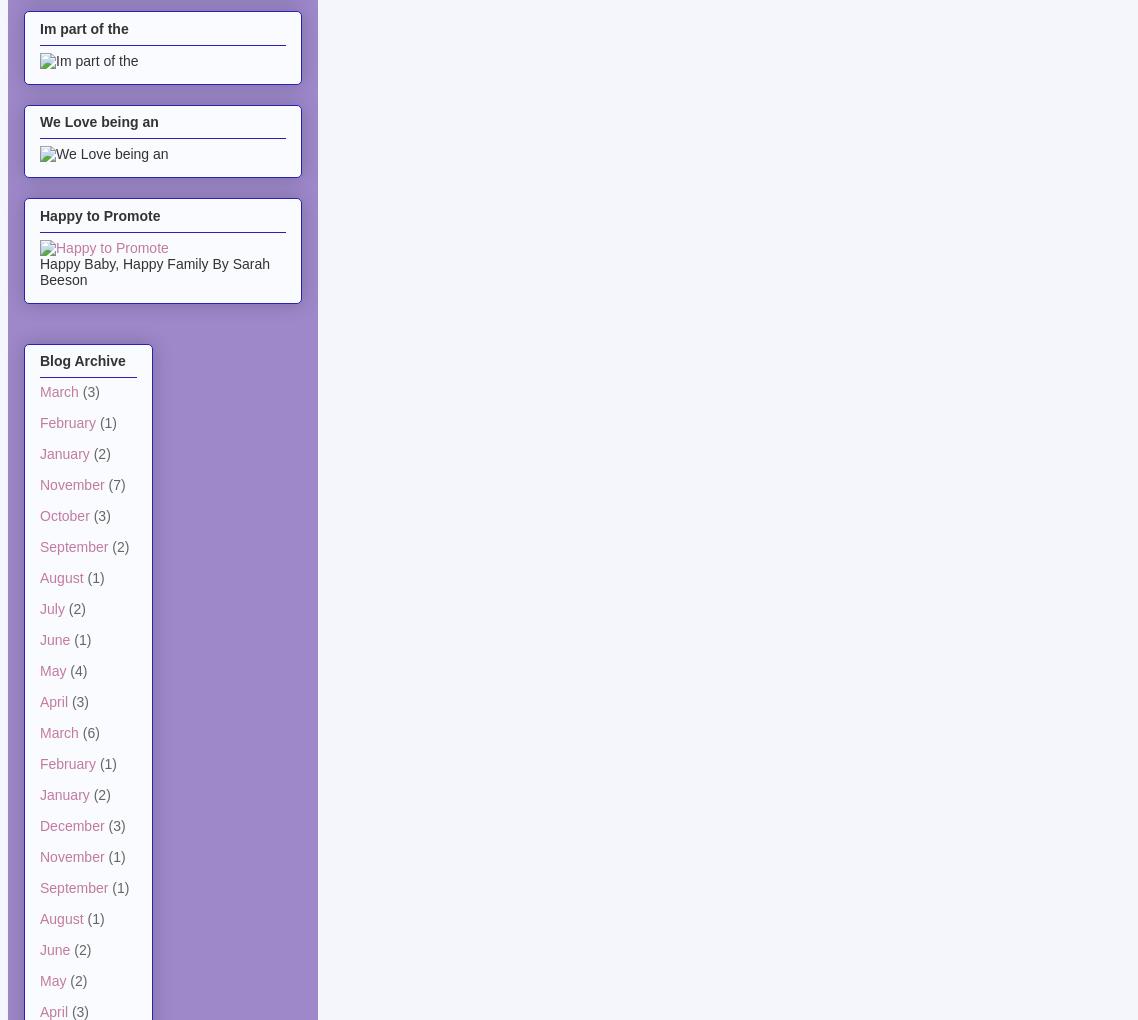 The height and width of the screenshot is (1020, 1138). Describe the element at coordinates (75, 670) in the screenshot. I see `'(4)'` at that location.